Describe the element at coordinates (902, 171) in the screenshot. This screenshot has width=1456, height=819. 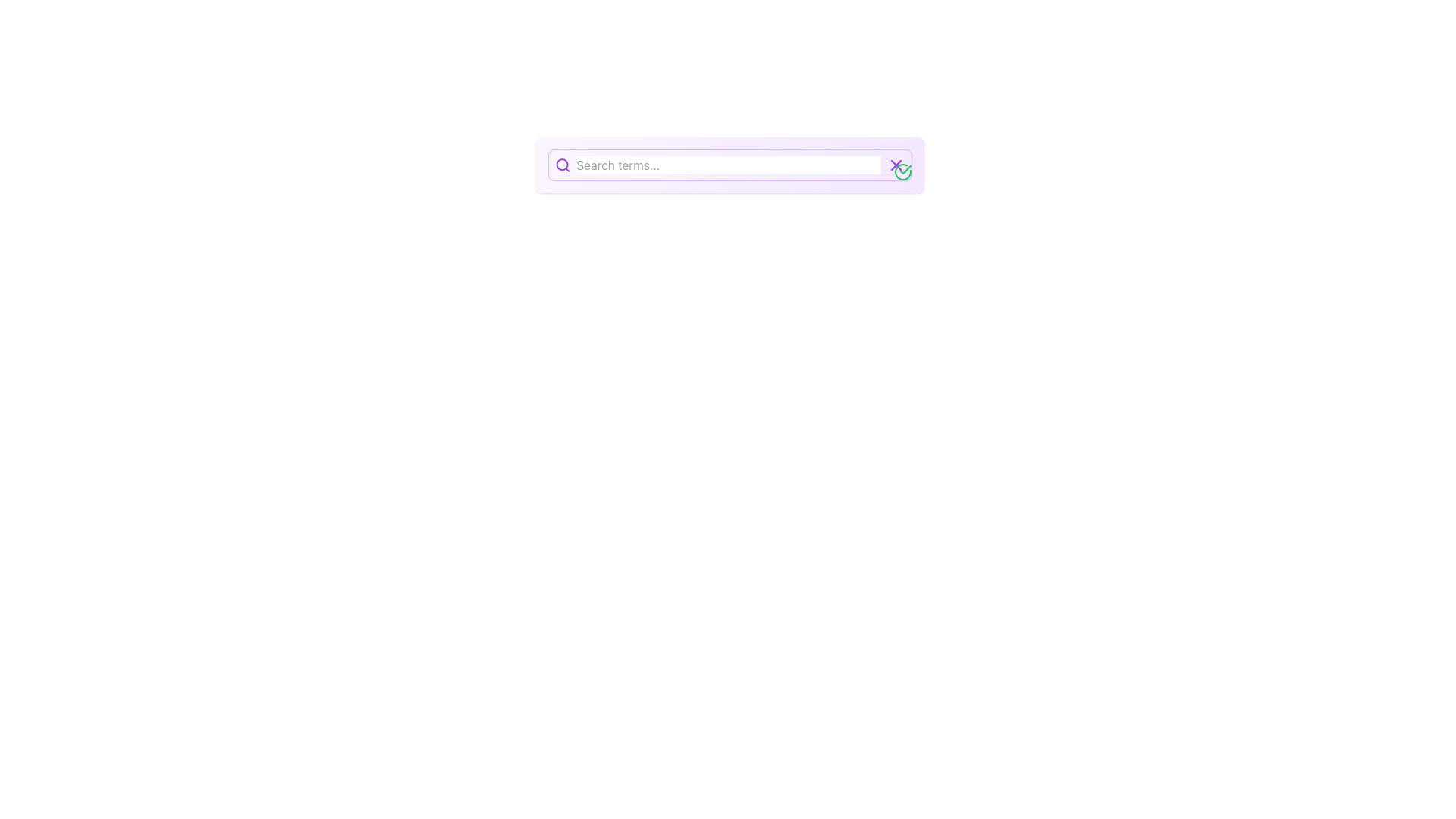
I see `the validation icon located at the bottom-right corner of the search bar, which indicates successful completion or correctness` at that location.